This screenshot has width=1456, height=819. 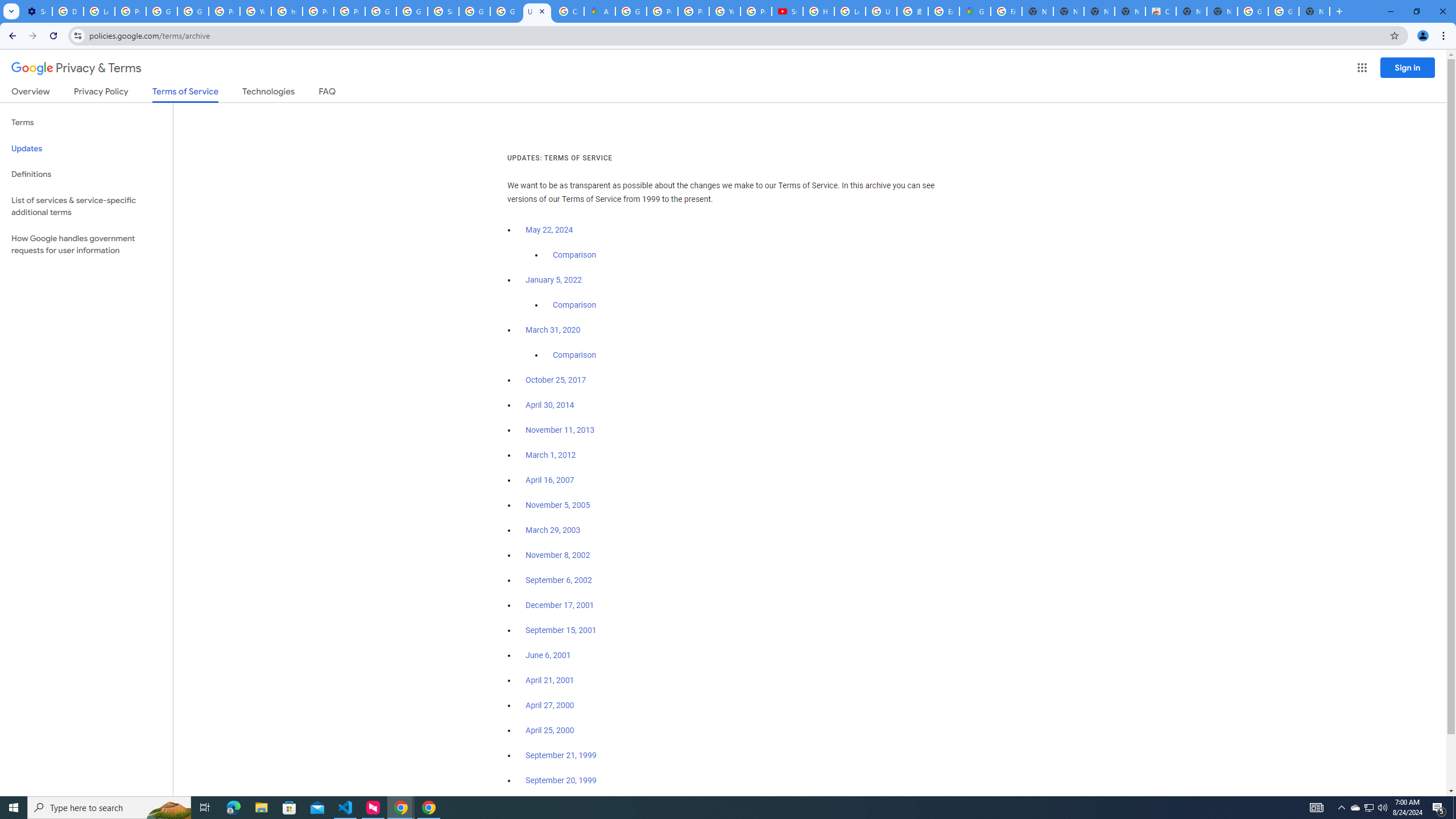 What do you see at coordinates (549, 704) in the screenshot?
I see `'April 27, 2000'` at bounding box center [549, 704].